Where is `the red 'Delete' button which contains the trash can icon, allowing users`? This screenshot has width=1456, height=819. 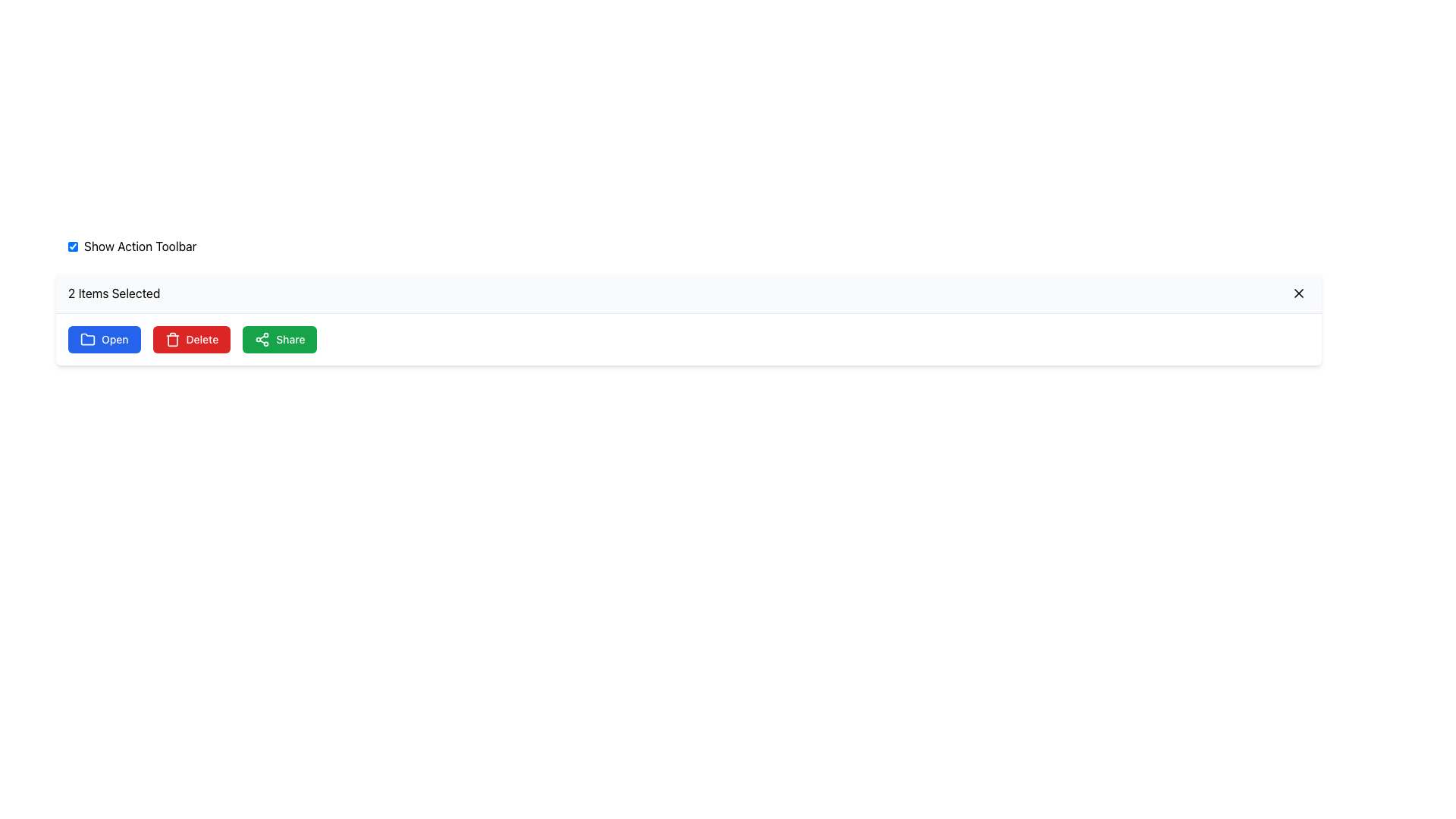
the red 'Delete' button which contains the trash can icon, allowing users is located at coordinates (172, 338).